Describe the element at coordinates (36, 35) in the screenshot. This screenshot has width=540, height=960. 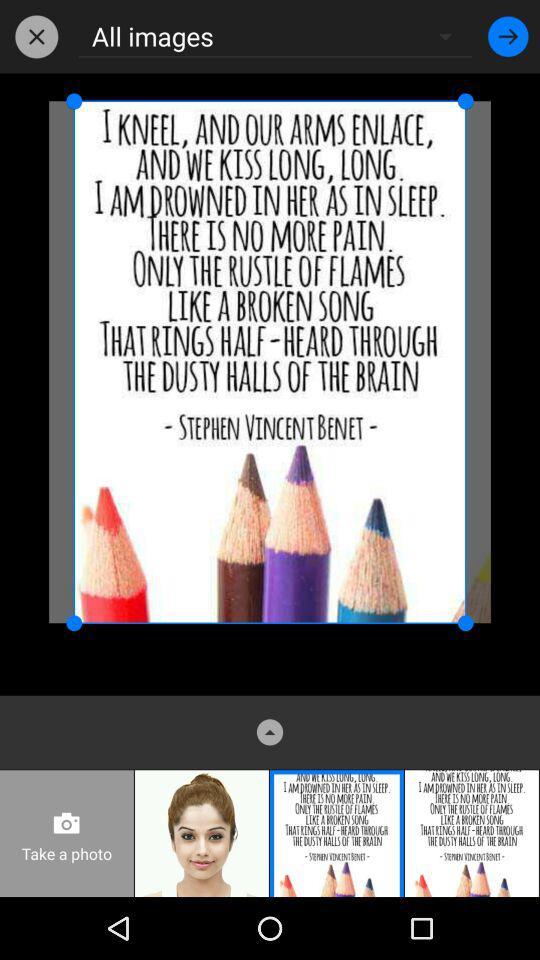
I see `item next to all images item` at that location.